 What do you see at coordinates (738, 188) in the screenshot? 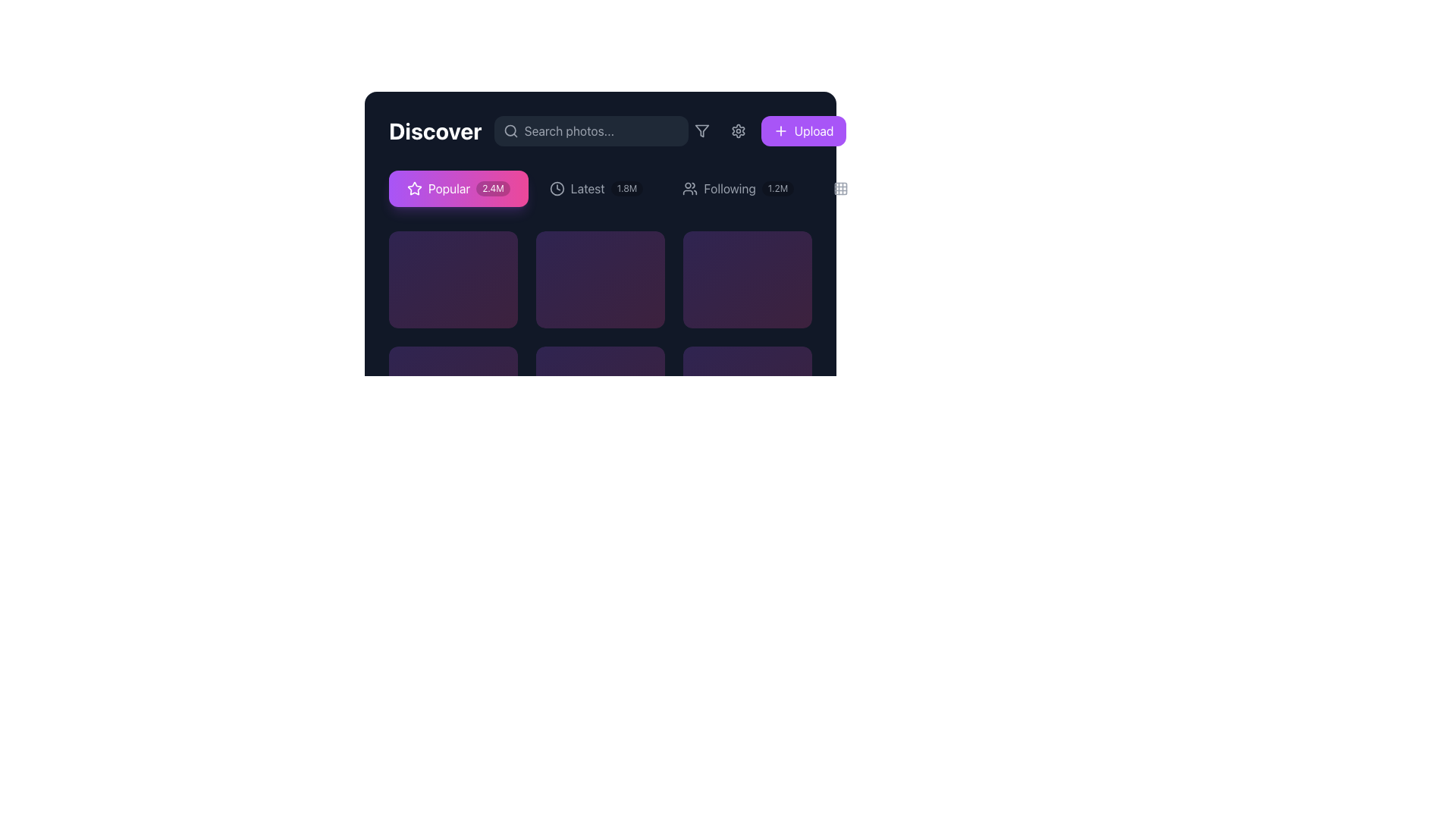
I see `the 'Following' button, which is a dark-themed rectangular button with a user icon and a badge indicating '1.2M', located between the 'Latest' and 'Collections' buttons in the top bar` at bounding box center [738, 188].